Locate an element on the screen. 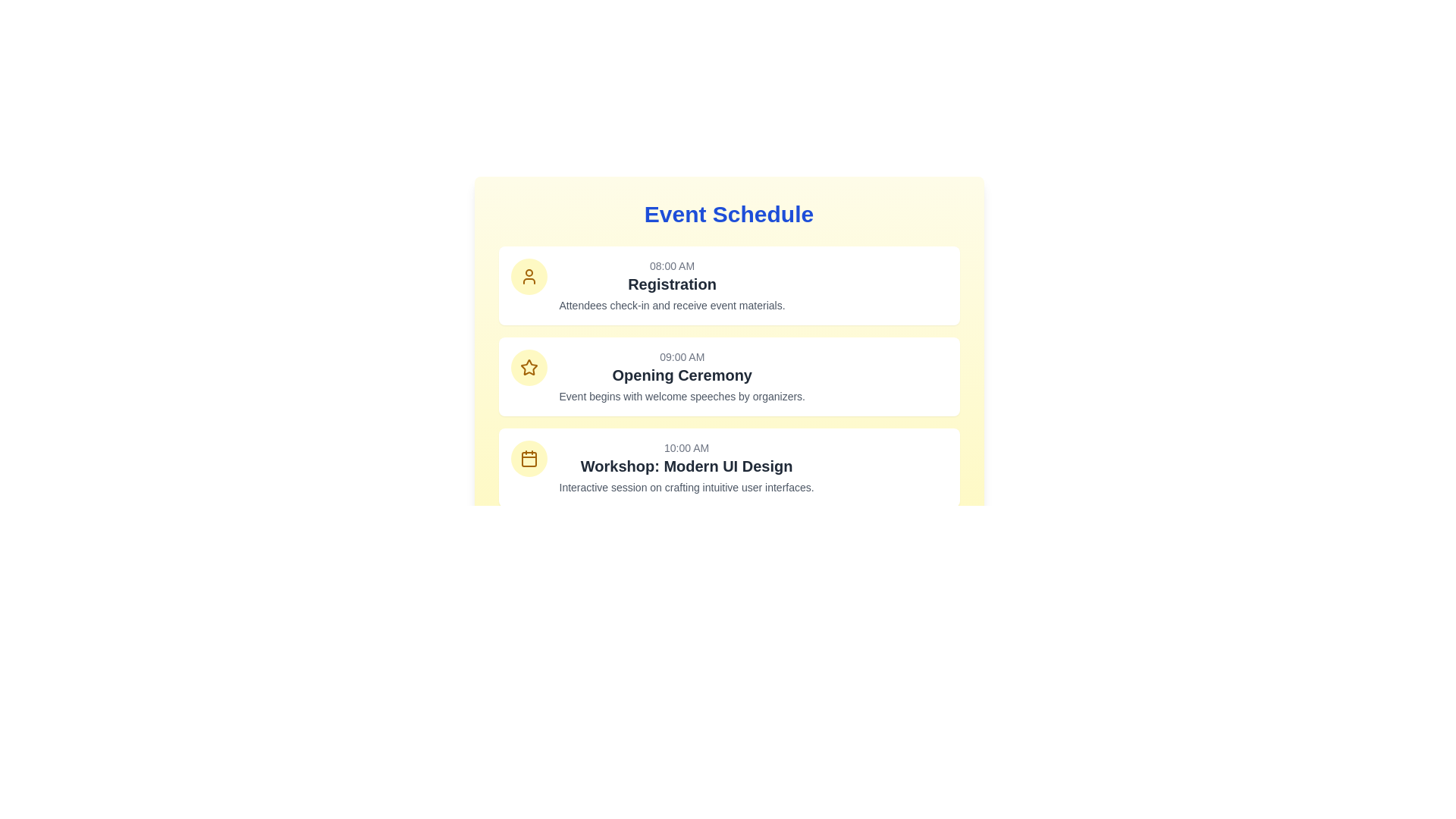 This screenshot has height=819, width=1456. the circular yellow background containing the brown calendar icon located in the third event card of the schedule is located at coordinates (529, 458).